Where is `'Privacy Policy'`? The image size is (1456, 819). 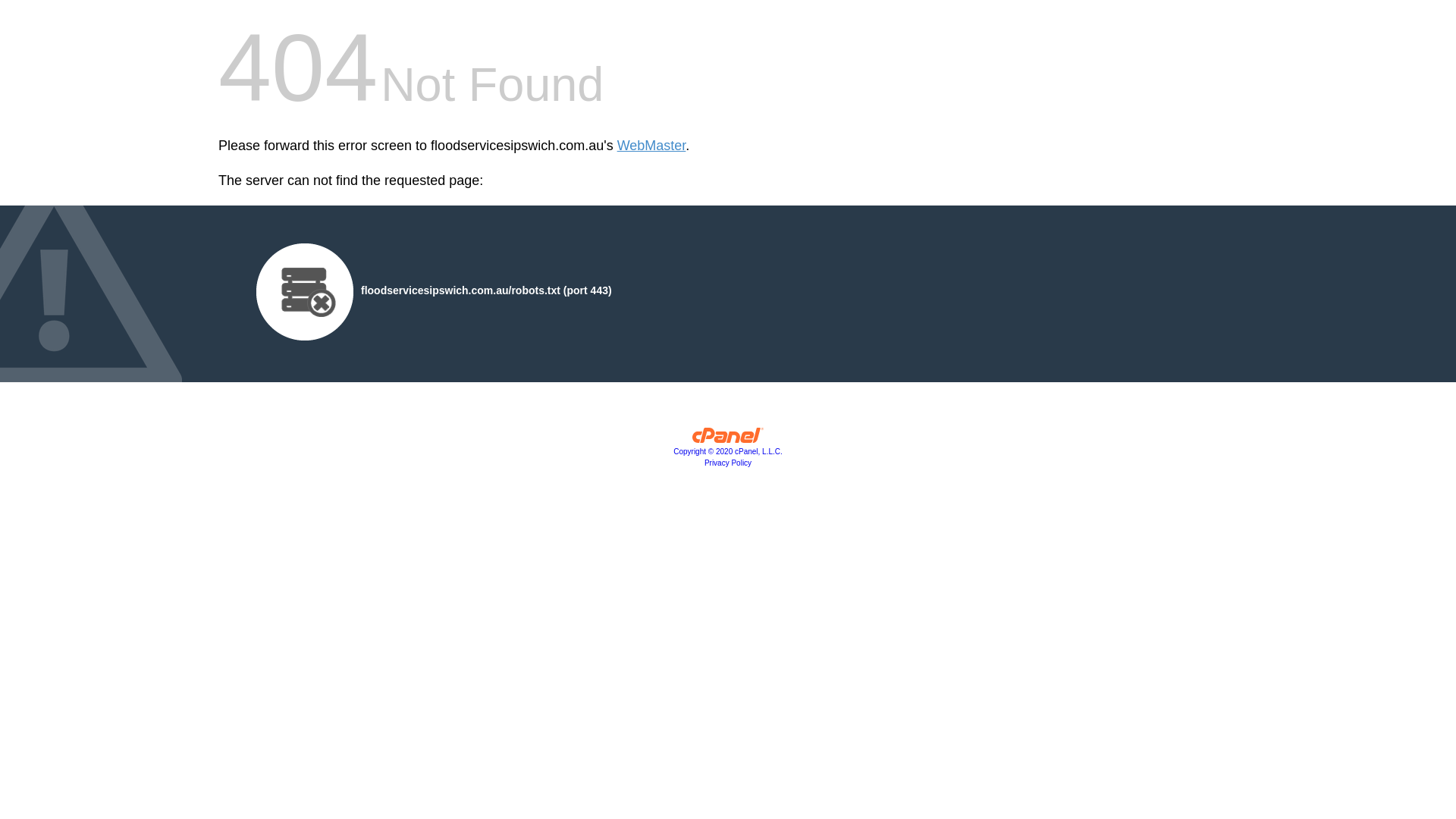 'Privacy Policy' is located at coordinates (728, 462).